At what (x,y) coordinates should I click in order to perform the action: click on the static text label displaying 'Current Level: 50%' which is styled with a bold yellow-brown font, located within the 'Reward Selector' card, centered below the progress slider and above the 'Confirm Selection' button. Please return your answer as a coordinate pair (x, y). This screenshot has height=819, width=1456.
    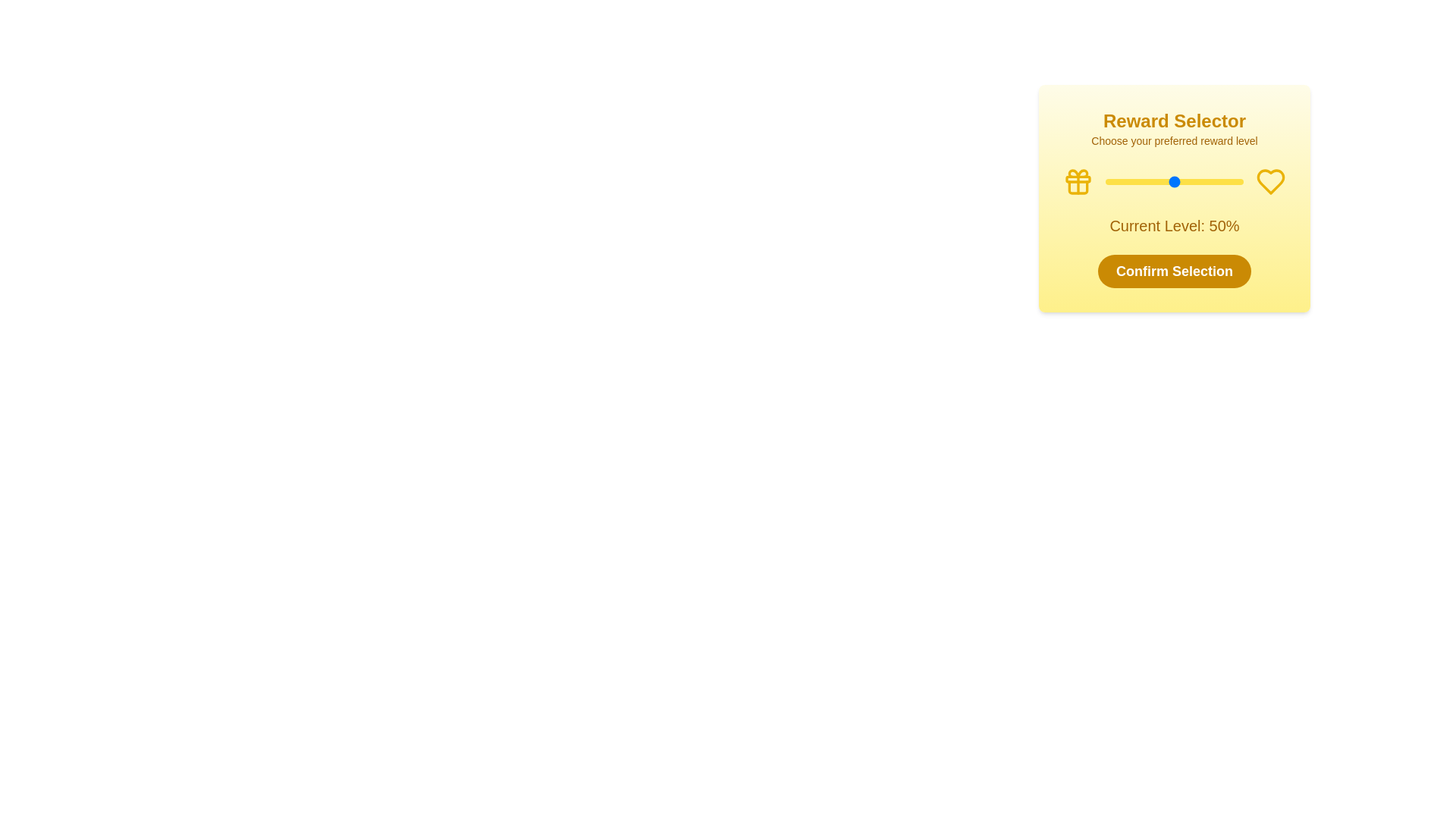
    Looking at the image, I should click on (1174, 225).